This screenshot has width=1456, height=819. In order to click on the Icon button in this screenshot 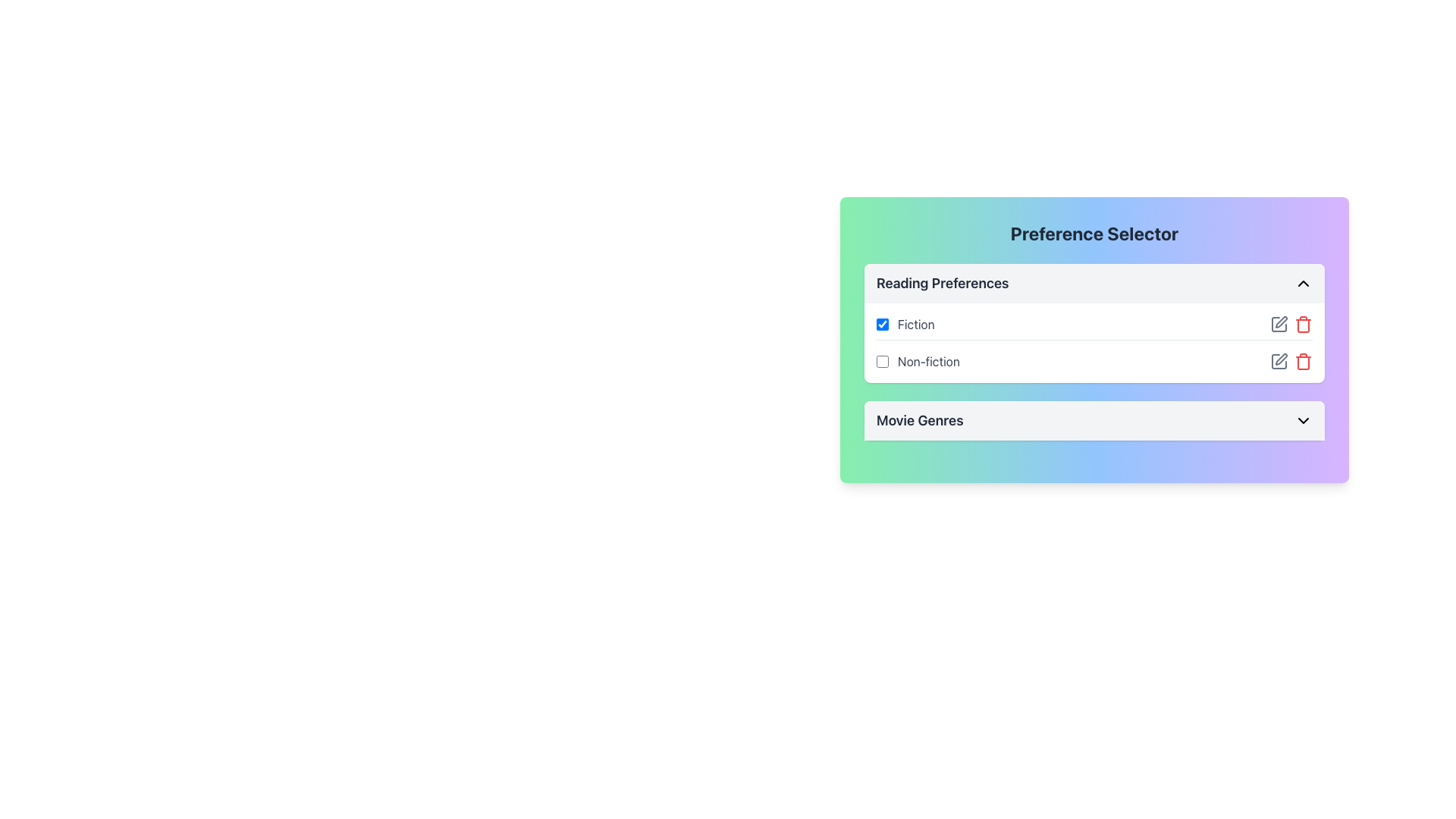, I will do `click(1280, 321)`.